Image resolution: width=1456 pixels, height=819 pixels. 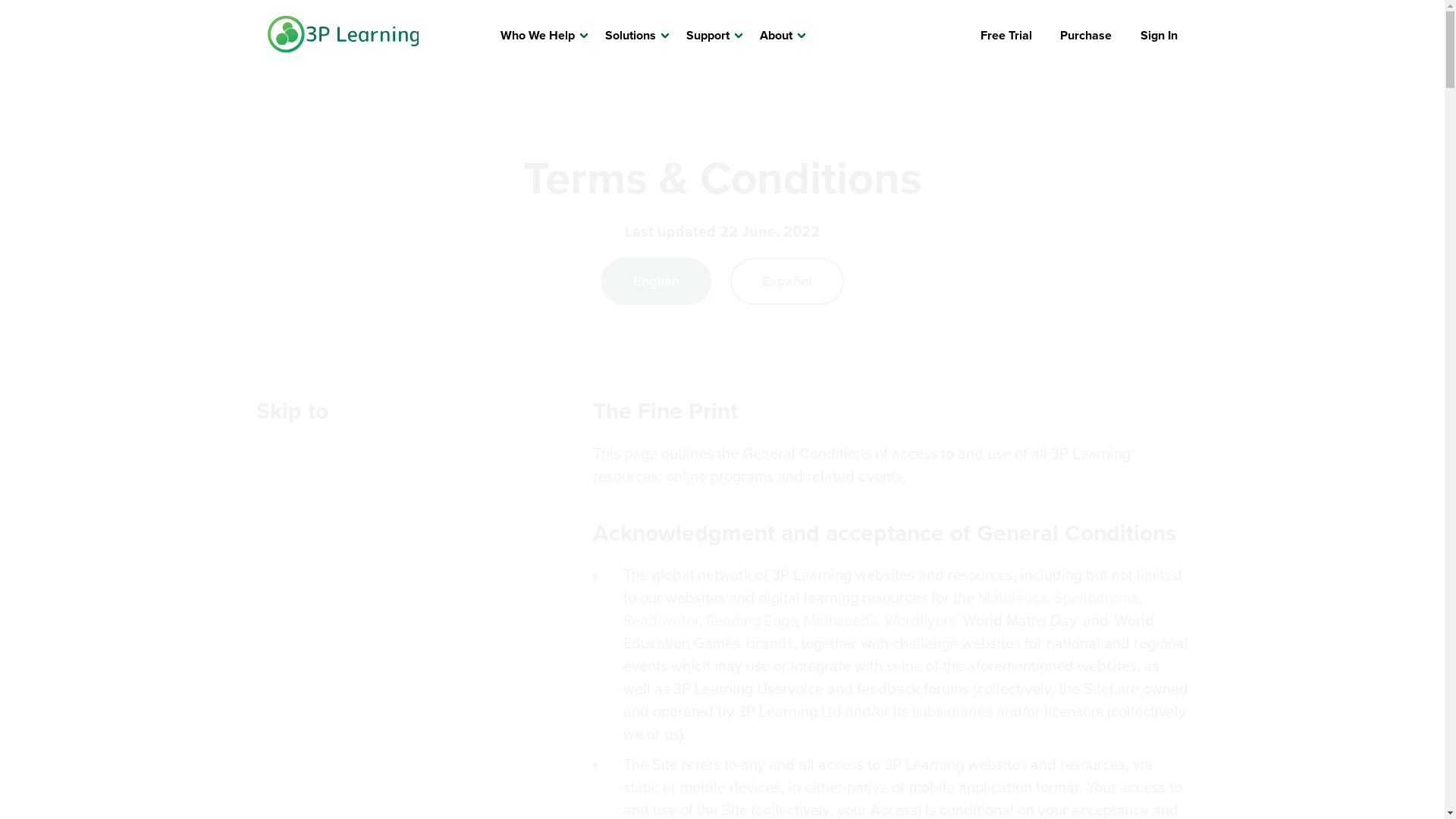 What do you see at coordinates (923, 620) in the screenshot?
I see `'Wordflyers,'` at bounding box center [923, 620].